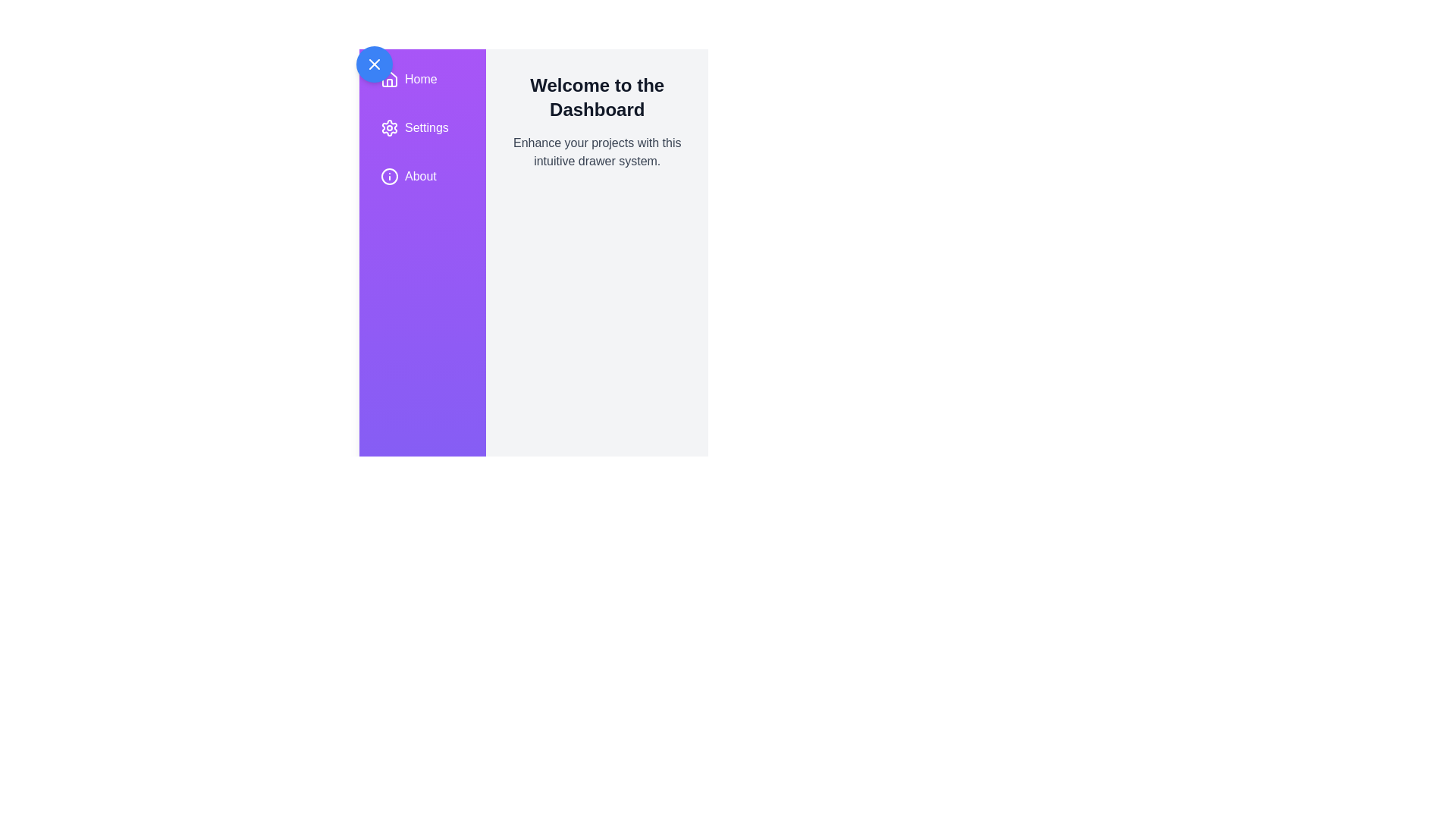 This screenshot has width=1456, height=819. Describe the element at coordinates (422, 175) in the screenshot. I see `the menu item labeled About to navigate to the corresponding section` at that location.